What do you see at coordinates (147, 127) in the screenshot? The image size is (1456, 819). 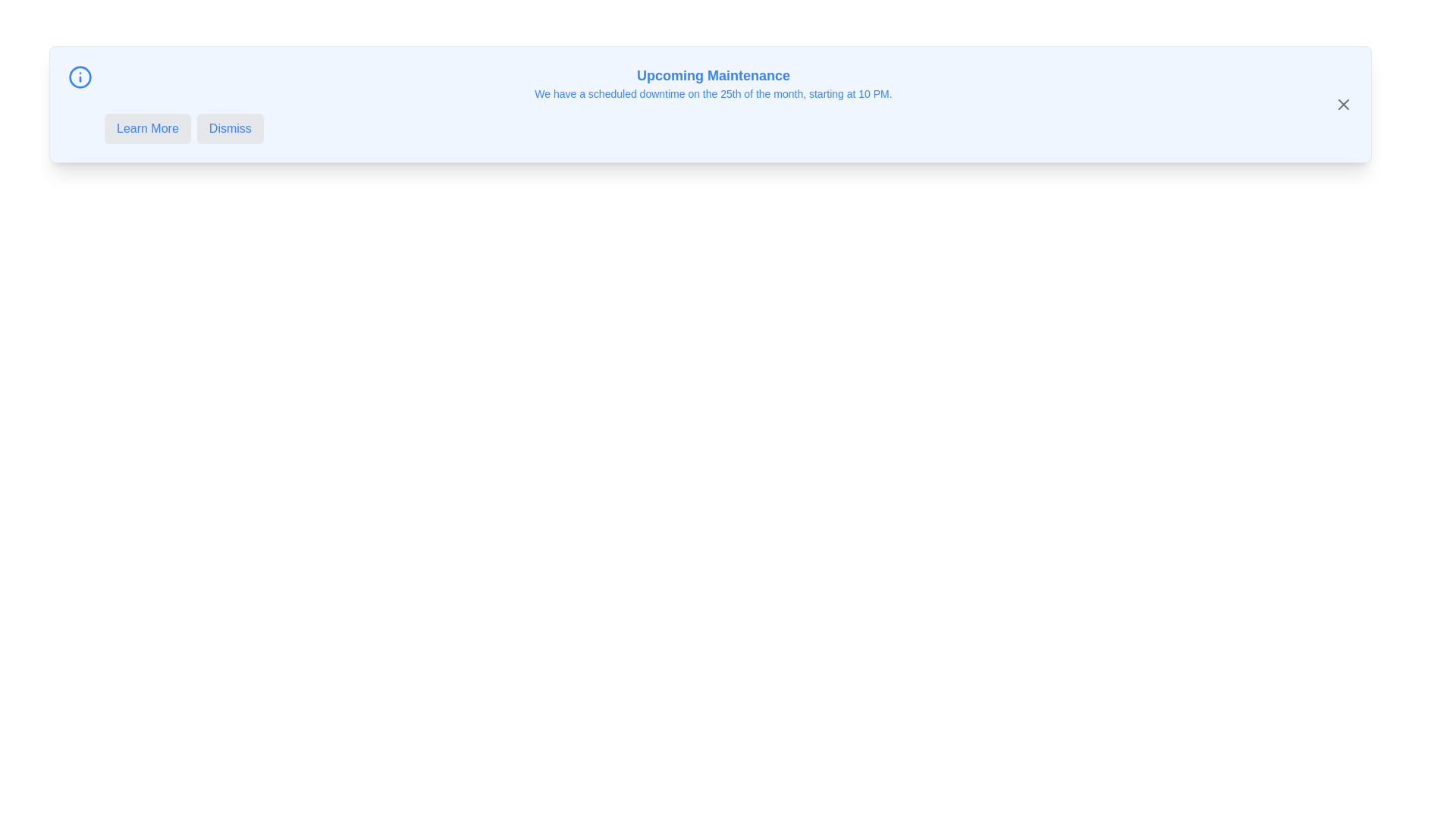 I see `the 'Learn More' button, which is a rectangular button with rounded edges, light gray background, and blue text, positioned below a blue informational banner` at bounding box center [147, 127].